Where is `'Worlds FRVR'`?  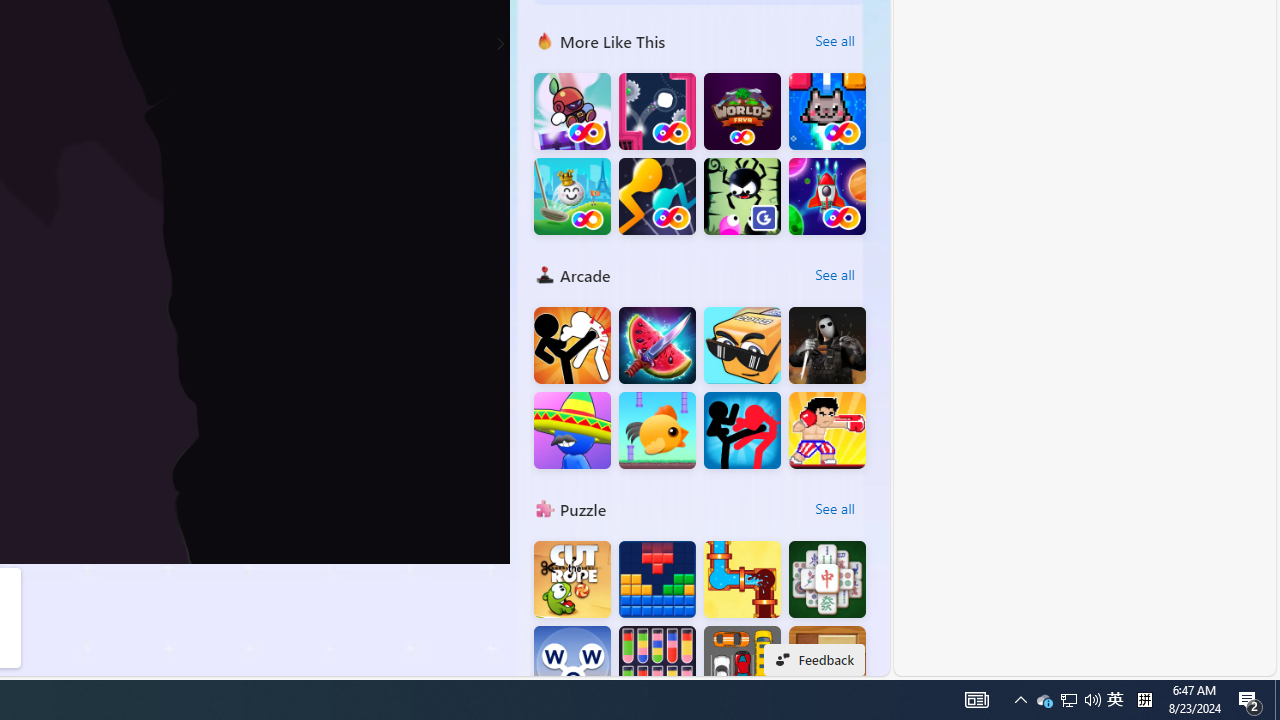 'Worlds FRVR' is located at coordinates (741, 111).